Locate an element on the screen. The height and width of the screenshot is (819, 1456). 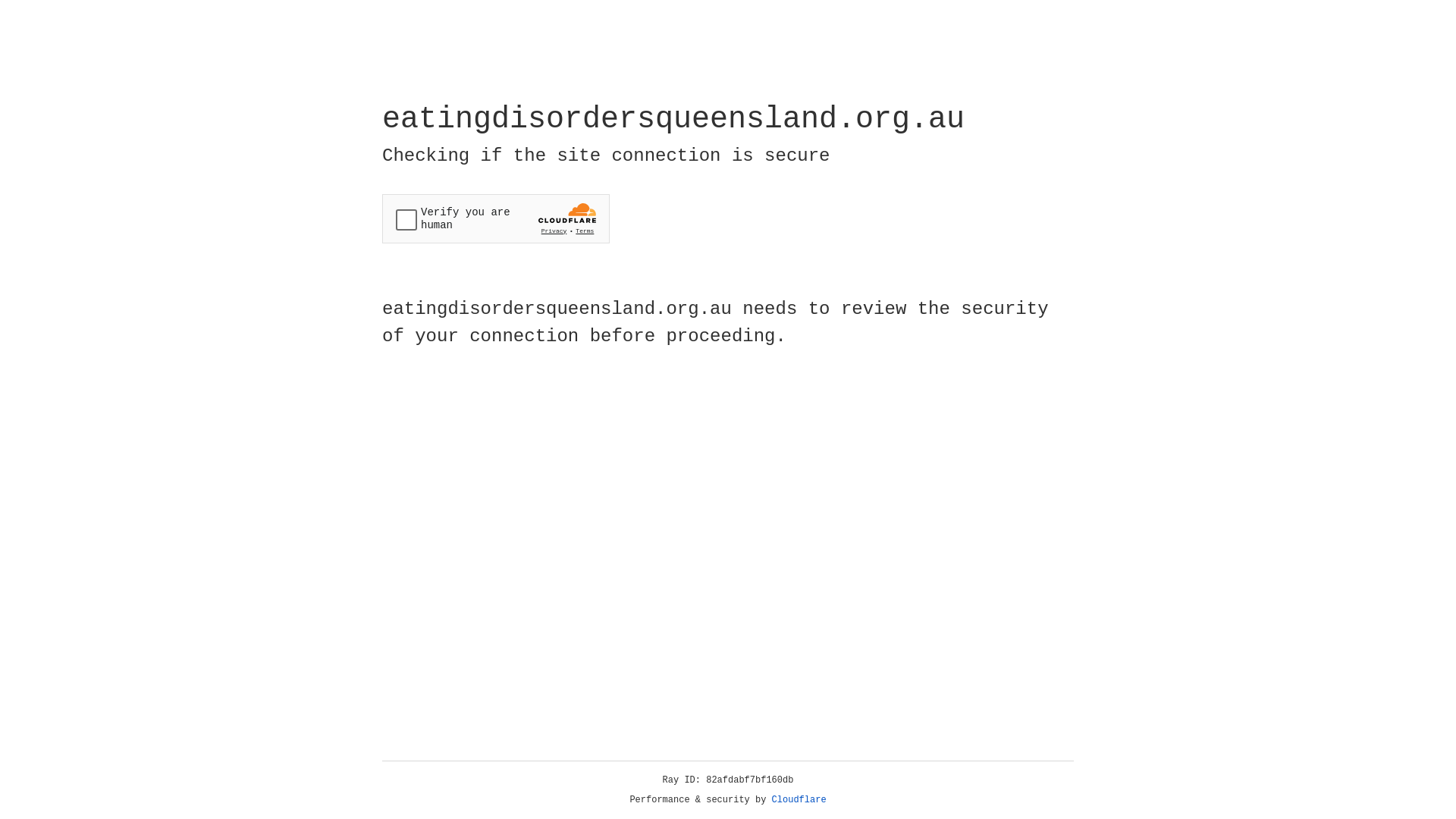
'Cloudflare' is located at coordinates (799, 799).